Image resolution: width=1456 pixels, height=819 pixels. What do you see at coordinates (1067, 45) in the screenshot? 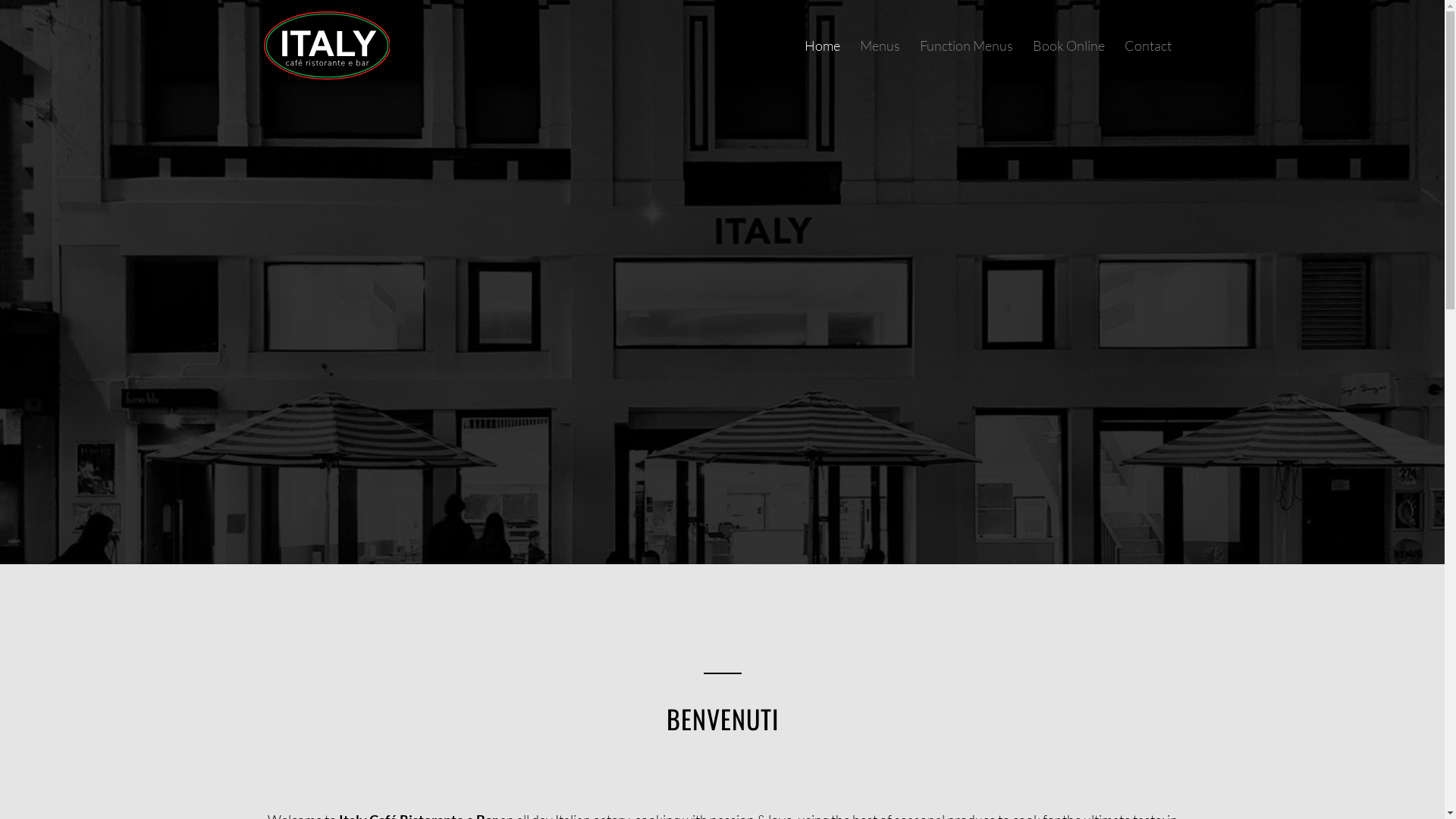
I see `'Book Online'` at bounding box center [1067, 45].